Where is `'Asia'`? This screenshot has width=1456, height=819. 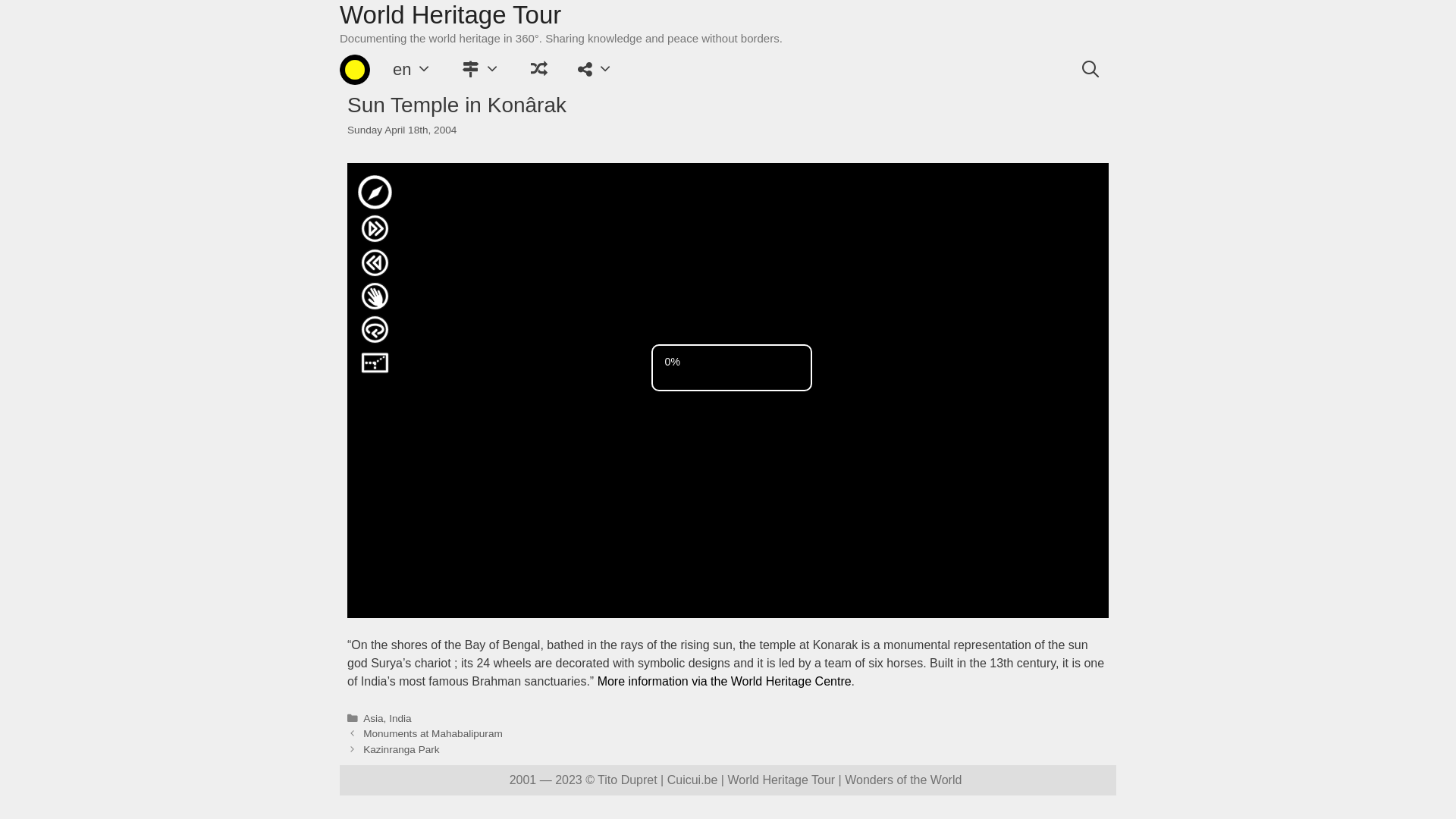 'Asia' is located at coordinates (372, 717).